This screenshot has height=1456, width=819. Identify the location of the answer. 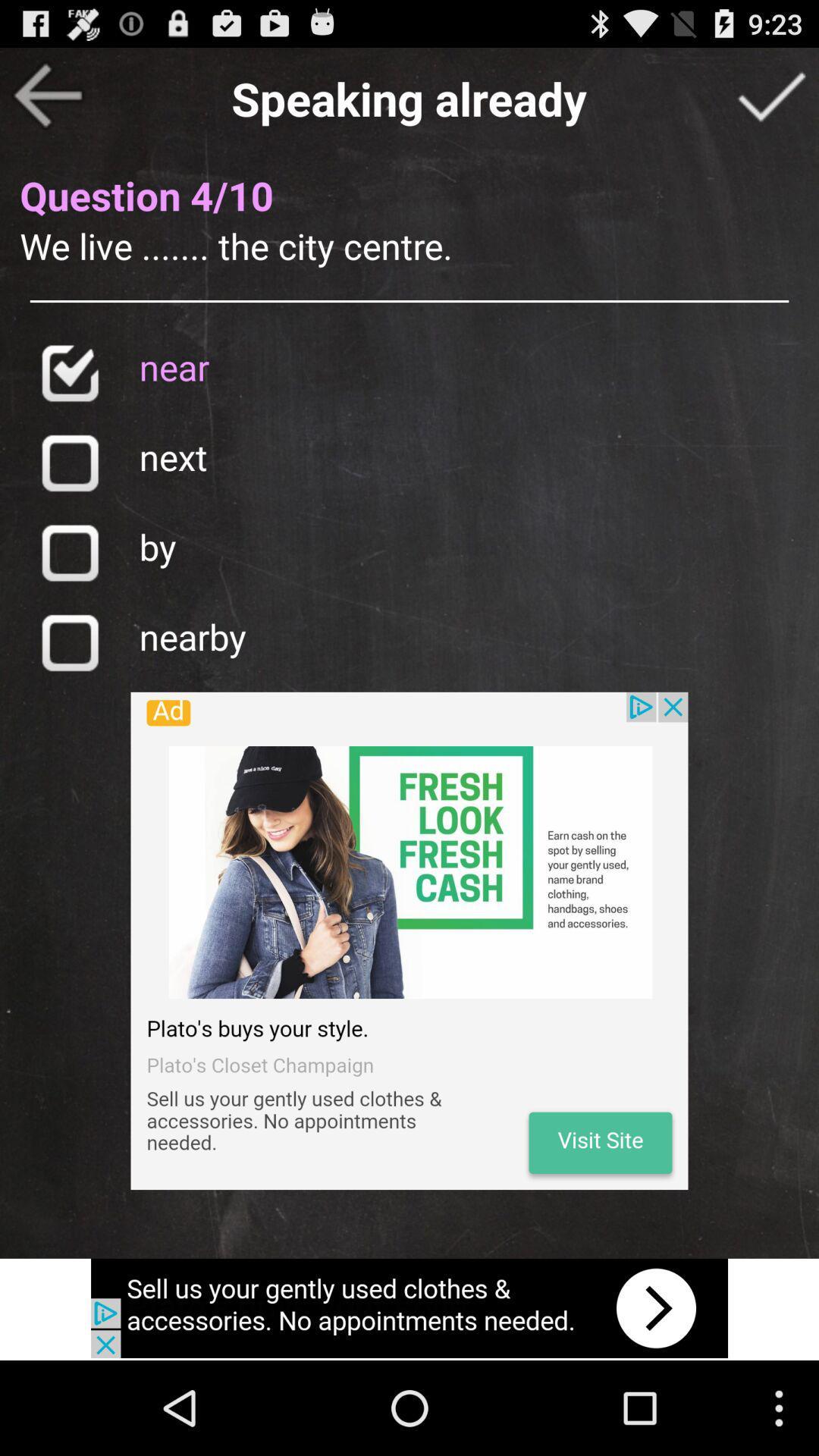
(771, 94).